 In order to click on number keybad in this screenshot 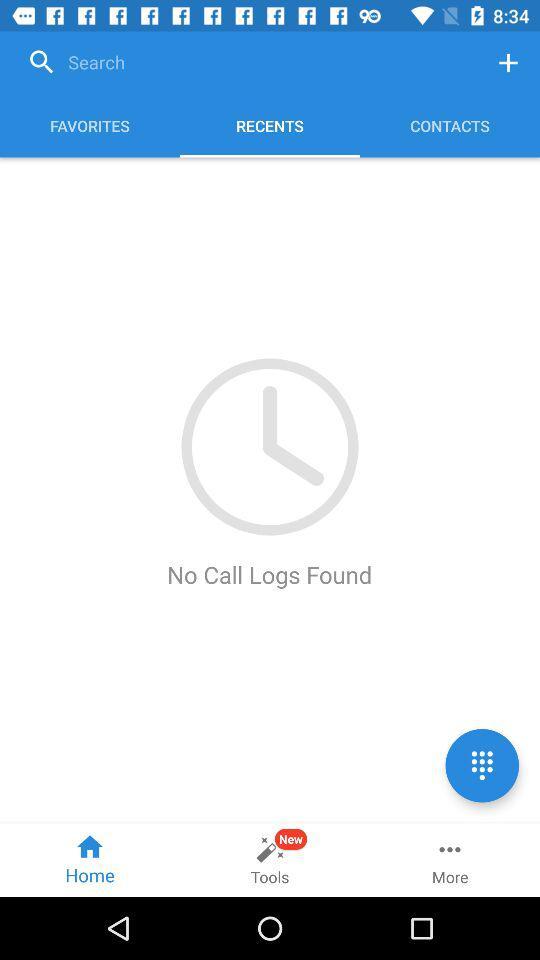, I will do `click(481, 764)`.